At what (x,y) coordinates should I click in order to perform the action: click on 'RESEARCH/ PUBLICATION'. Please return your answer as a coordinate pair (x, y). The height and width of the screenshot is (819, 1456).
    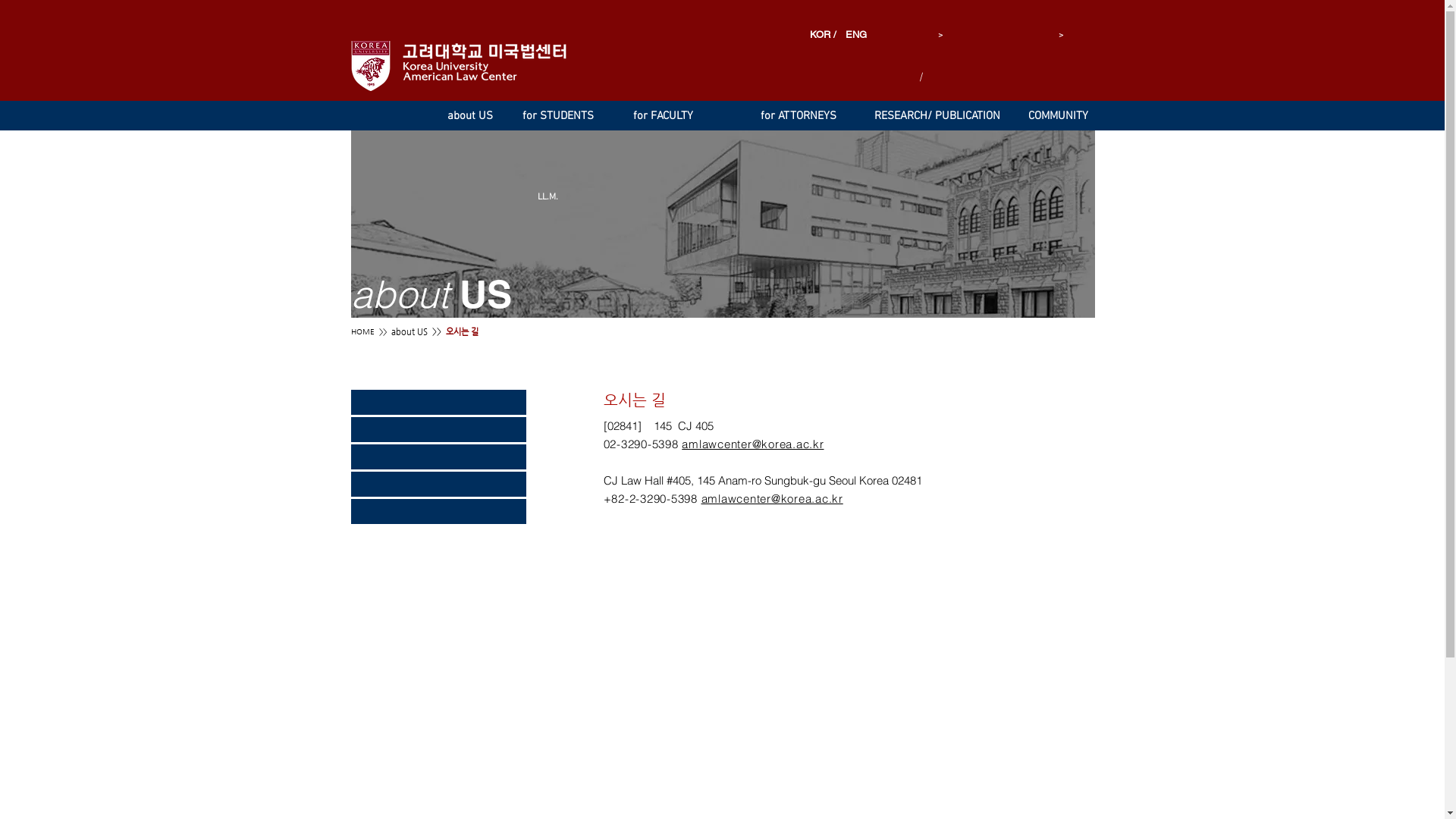
    Looking at the image, I should click on (867, 115).